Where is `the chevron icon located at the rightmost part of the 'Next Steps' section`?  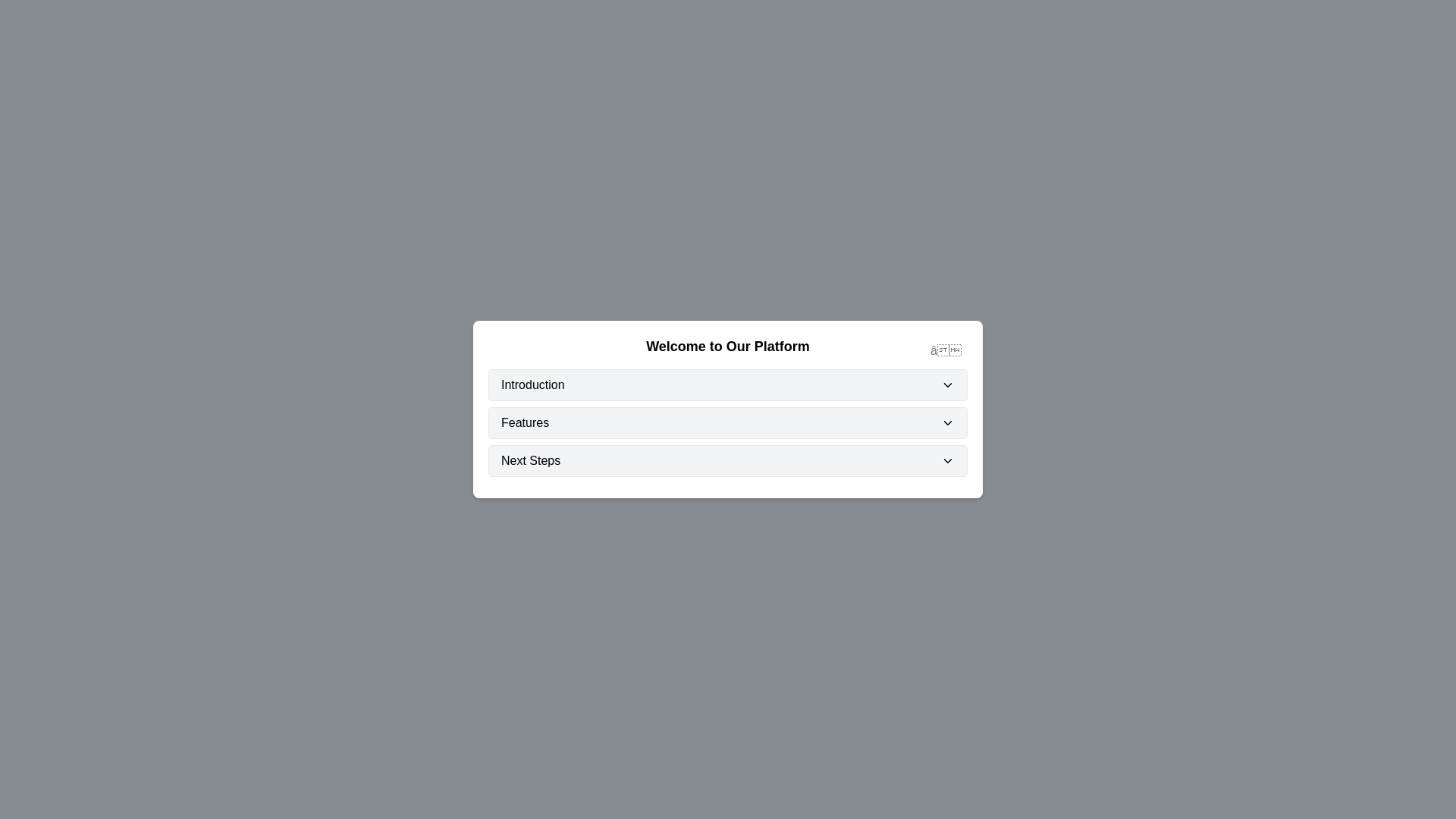 the chevron icon located at the rightmost part of the 'Next Steps' section is located at coordinates (946, 460).